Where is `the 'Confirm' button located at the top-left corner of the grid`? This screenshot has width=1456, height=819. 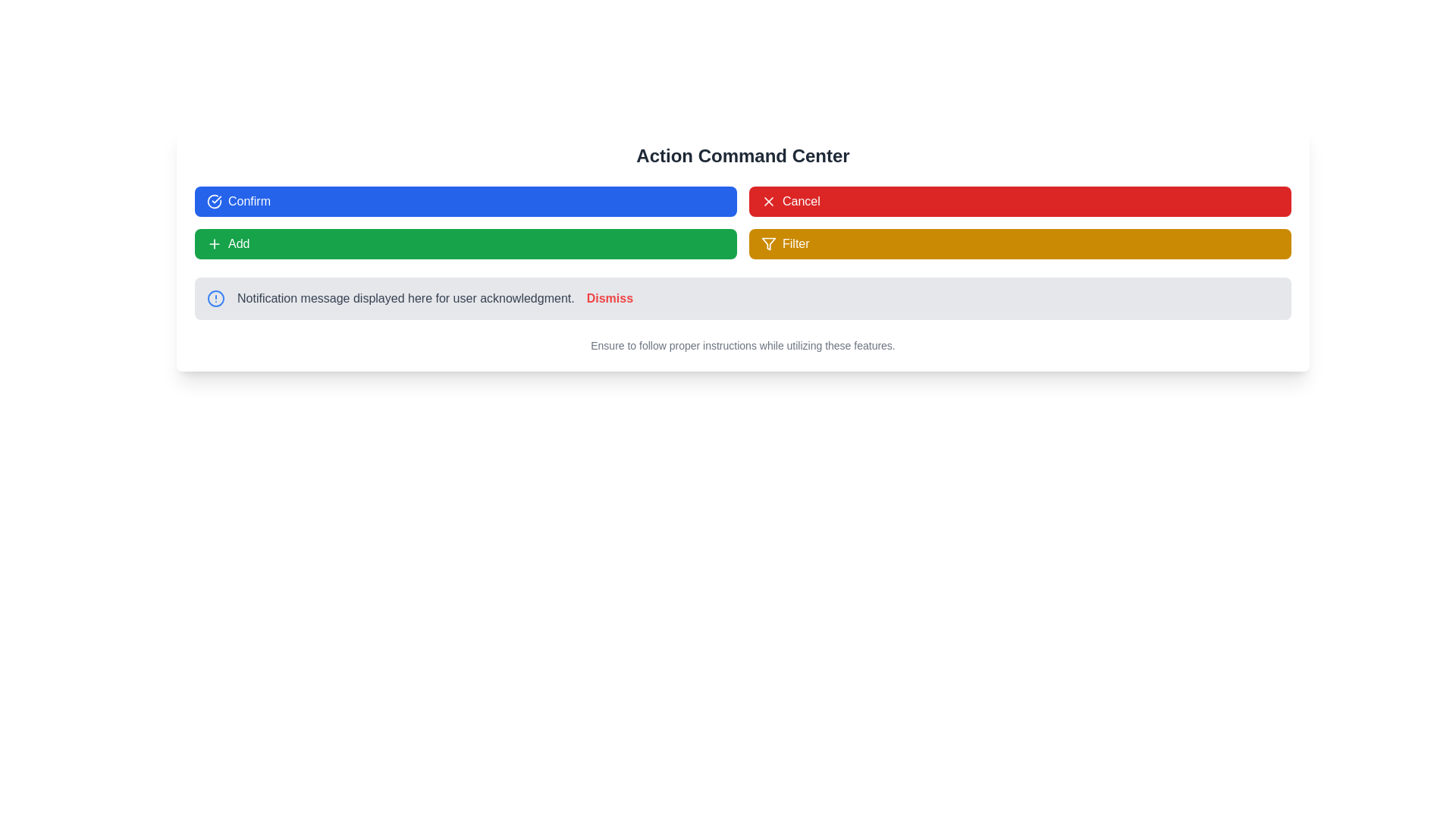
the 'Confirm' button located at the top-left corner of the grid is located at coordinates (465, 201).